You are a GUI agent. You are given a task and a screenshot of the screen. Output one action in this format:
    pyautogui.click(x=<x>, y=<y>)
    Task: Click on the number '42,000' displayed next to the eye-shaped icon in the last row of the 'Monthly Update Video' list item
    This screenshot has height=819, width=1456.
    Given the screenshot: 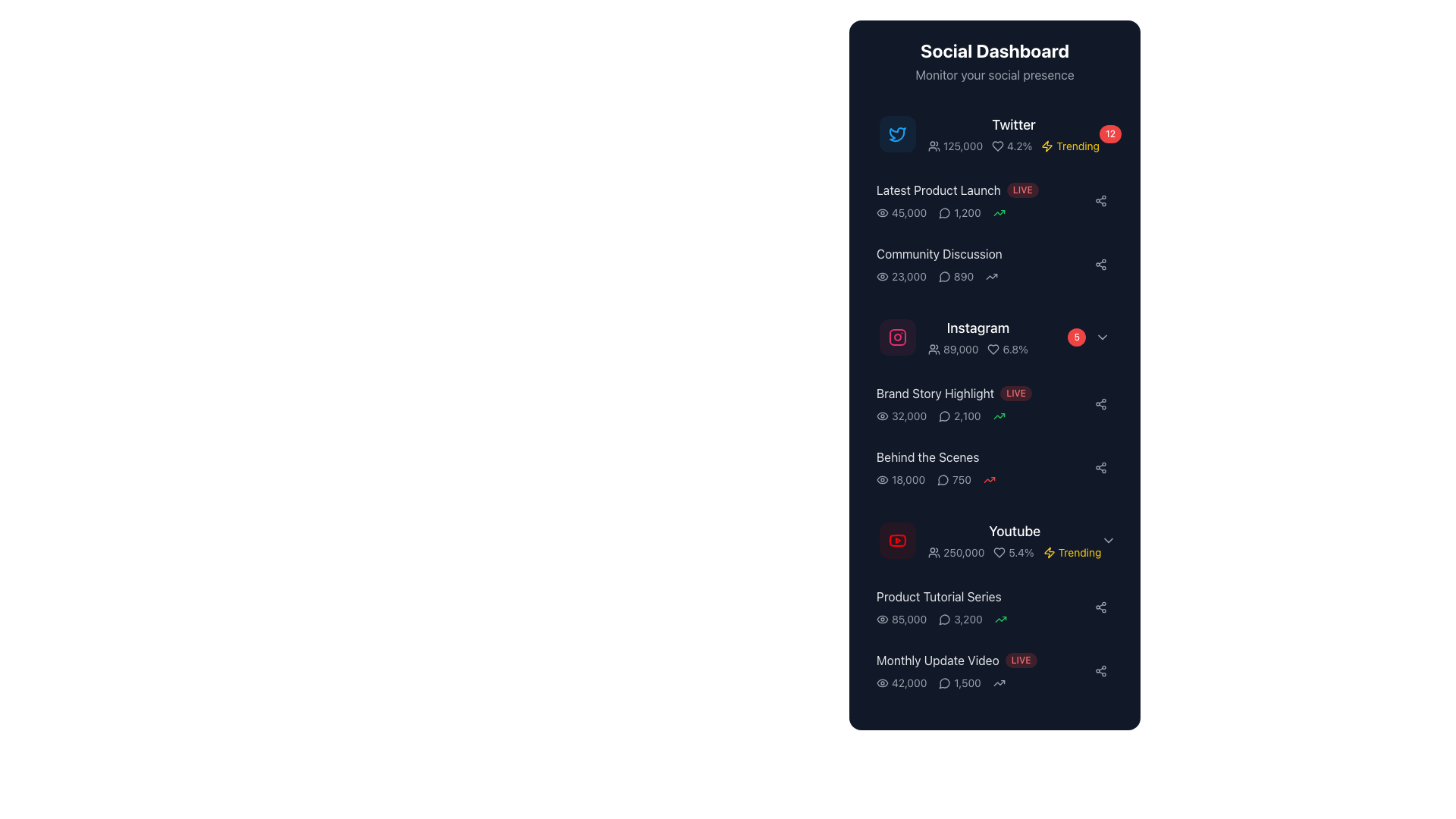 What is the action you would take?
    pyautogui.click(x=902, y=683)
    